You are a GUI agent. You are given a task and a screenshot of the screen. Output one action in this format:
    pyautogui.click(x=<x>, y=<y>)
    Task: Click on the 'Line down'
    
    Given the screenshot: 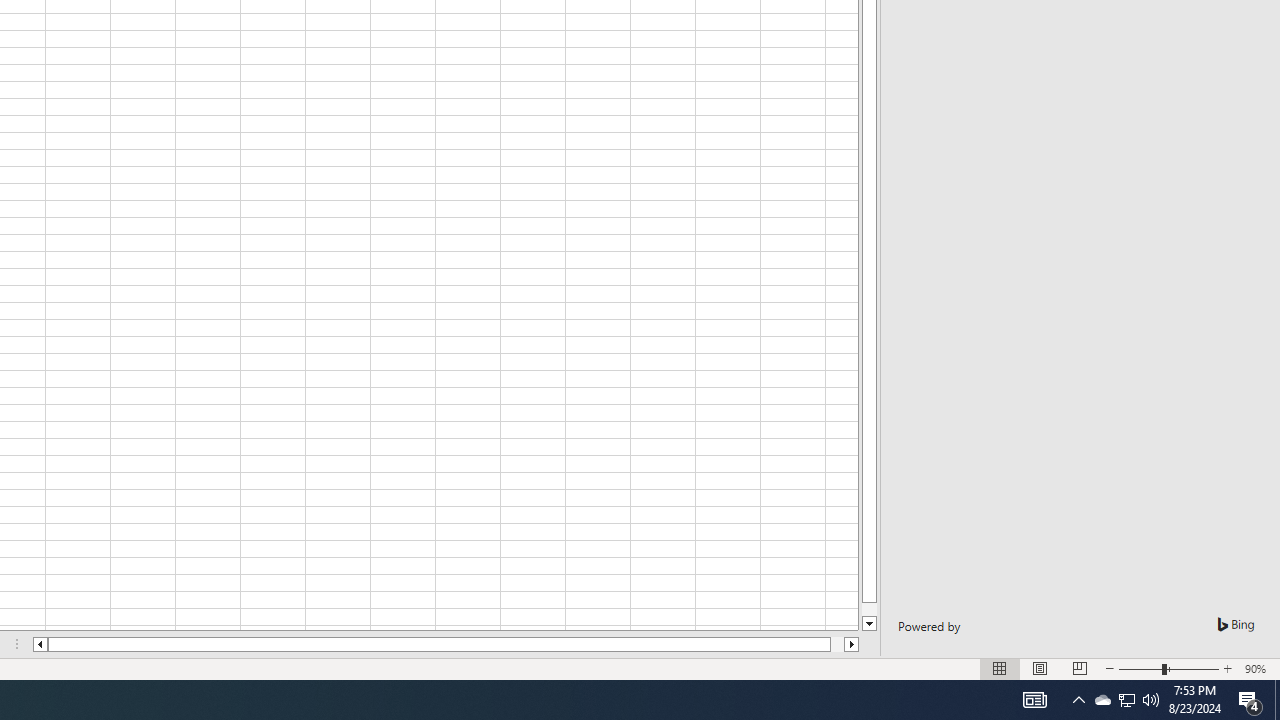 What is the action you would take?
    pyautogui.click(x=869, y=623)
    